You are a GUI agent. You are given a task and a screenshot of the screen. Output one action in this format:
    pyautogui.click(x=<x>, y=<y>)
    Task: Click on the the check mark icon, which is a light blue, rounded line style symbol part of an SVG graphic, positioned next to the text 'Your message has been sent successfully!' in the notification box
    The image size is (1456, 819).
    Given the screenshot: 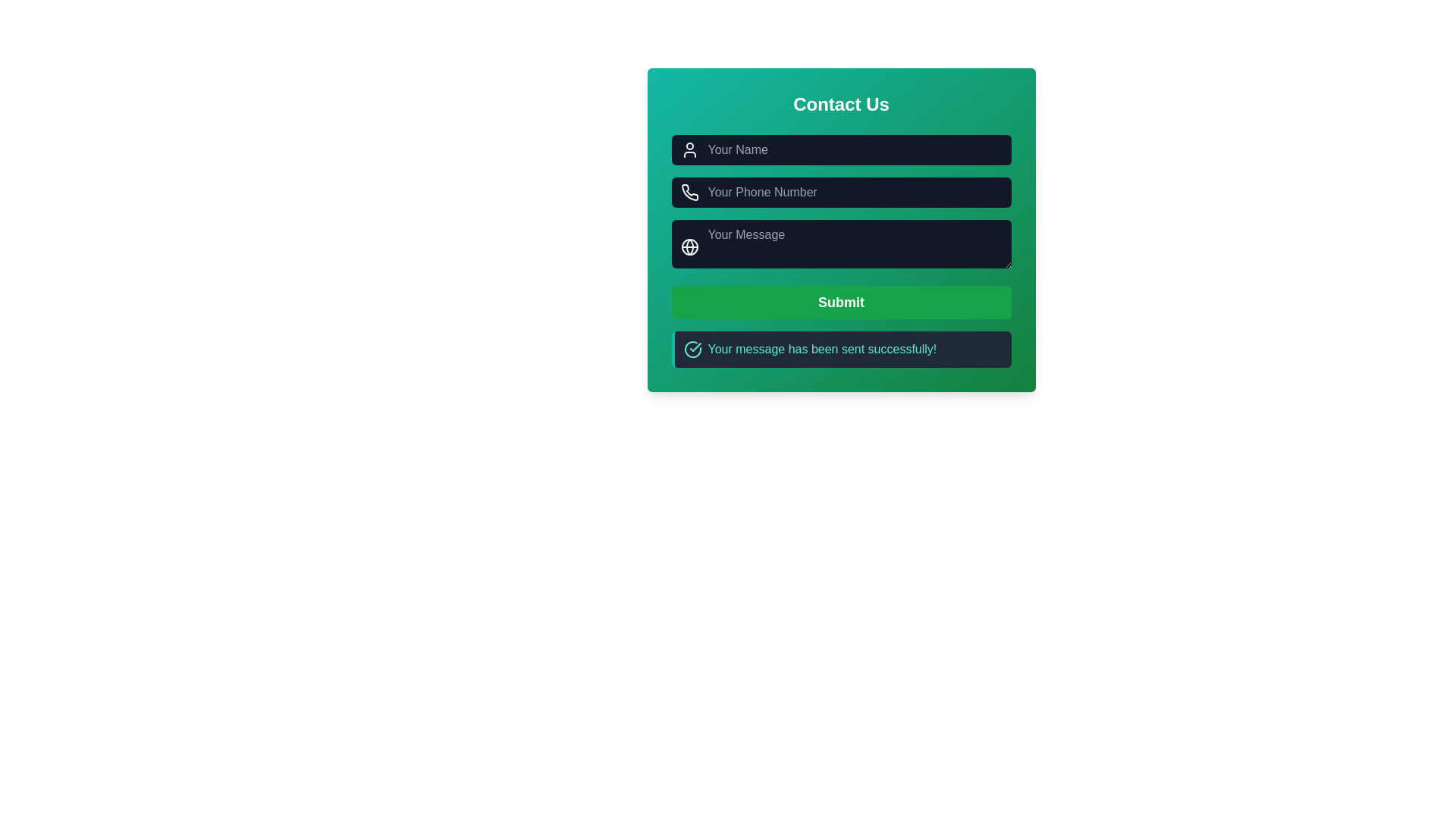 What is the action you would take?
    pyautogui.click(x=694, y=347)
    